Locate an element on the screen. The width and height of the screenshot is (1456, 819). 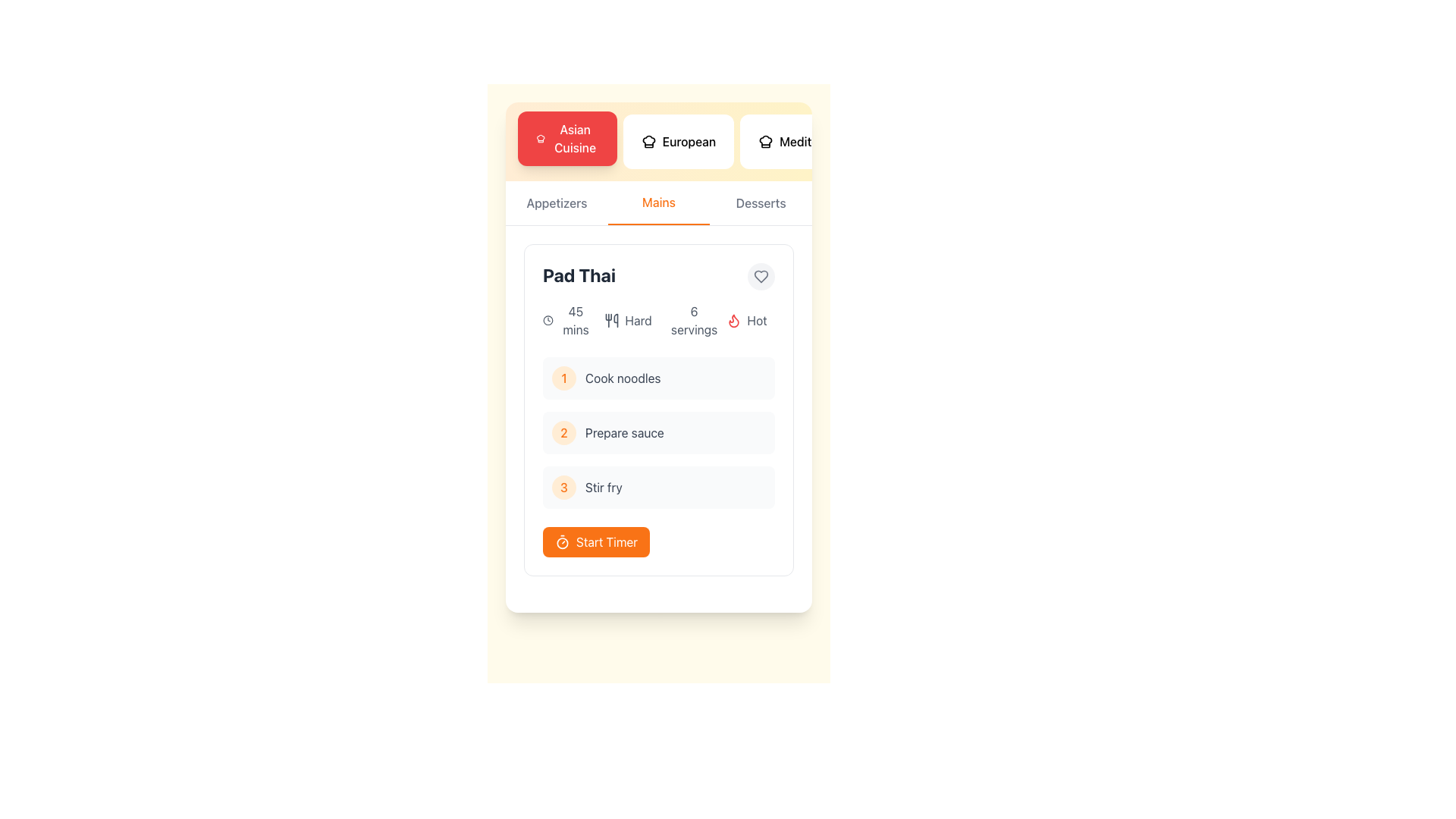
steps from the vertically structured list located below the 'Pad Thai' header and above the 'Start Timer' button is located at coordinates (658, 432).